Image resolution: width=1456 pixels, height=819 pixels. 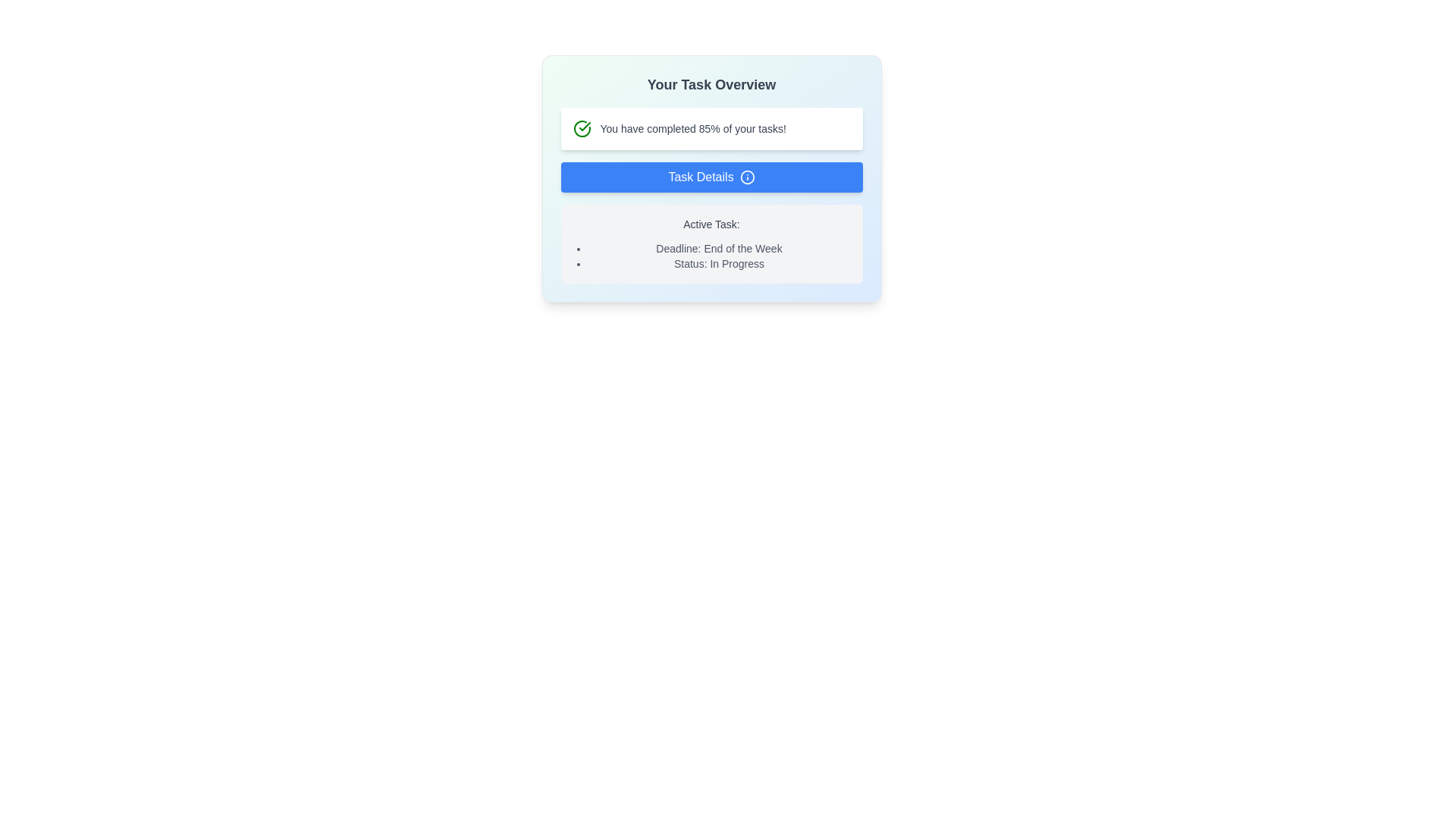 I want to click on the information indicated by the information icon positioned to the right of the 'Task Details' text in the button, so click(x=747, y=177).